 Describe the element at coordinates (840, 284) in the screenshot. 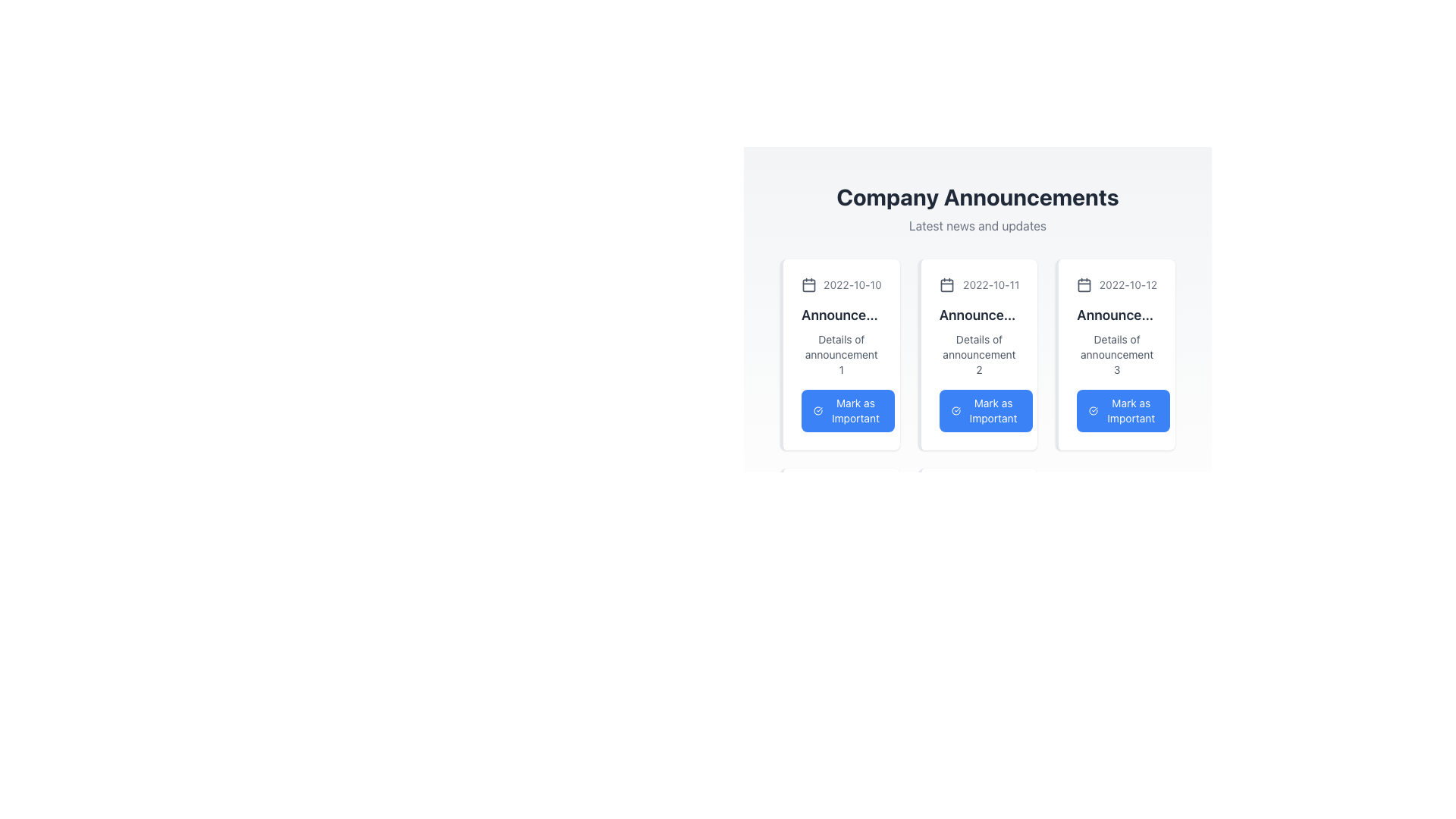

I see `the informational label displaying the date for 'Announcement 1' located at the top-left corner of the announcement card` at that location.